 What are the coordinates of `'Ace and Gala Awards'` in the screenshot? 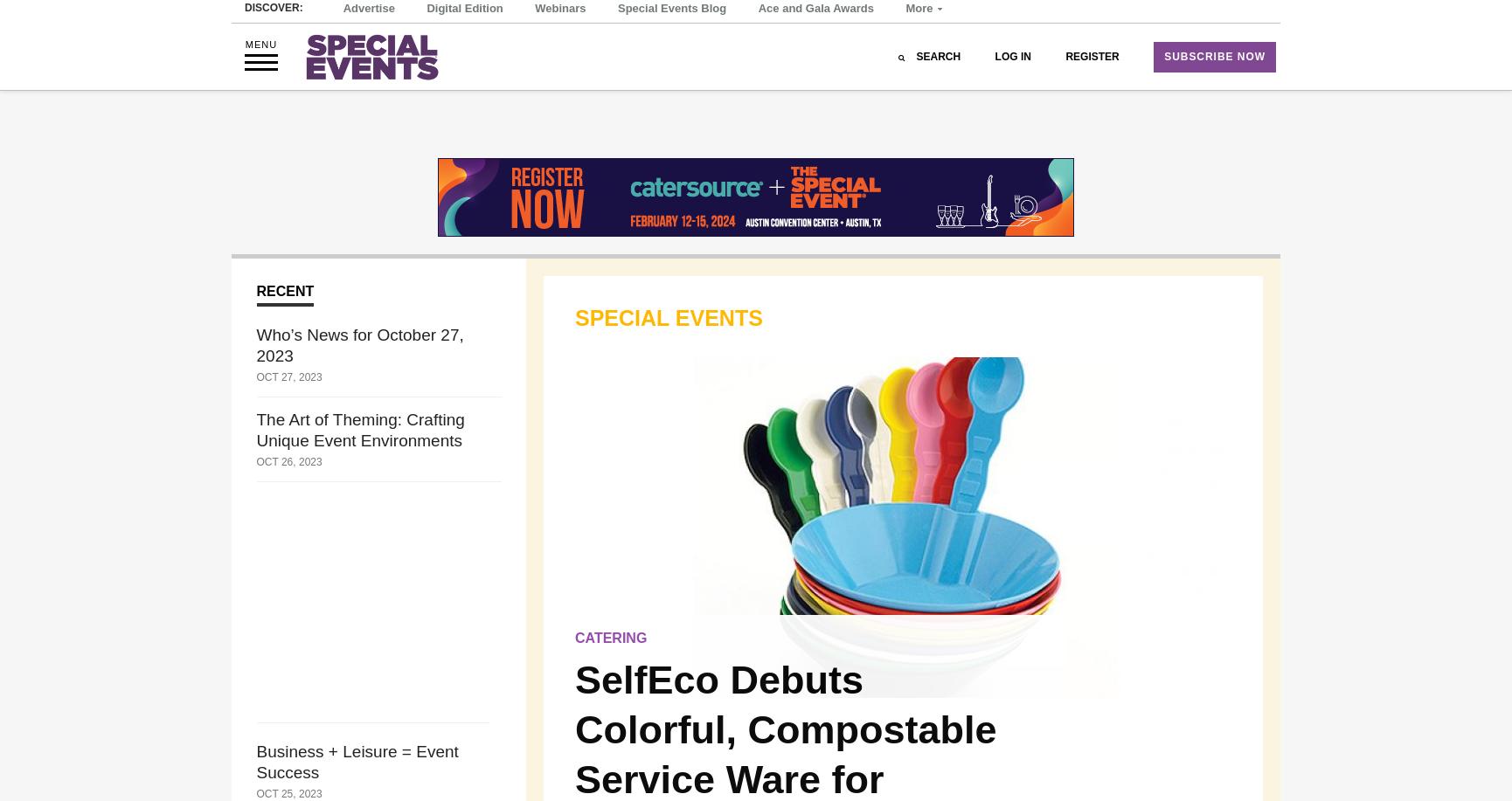 It's located at (758, 46).